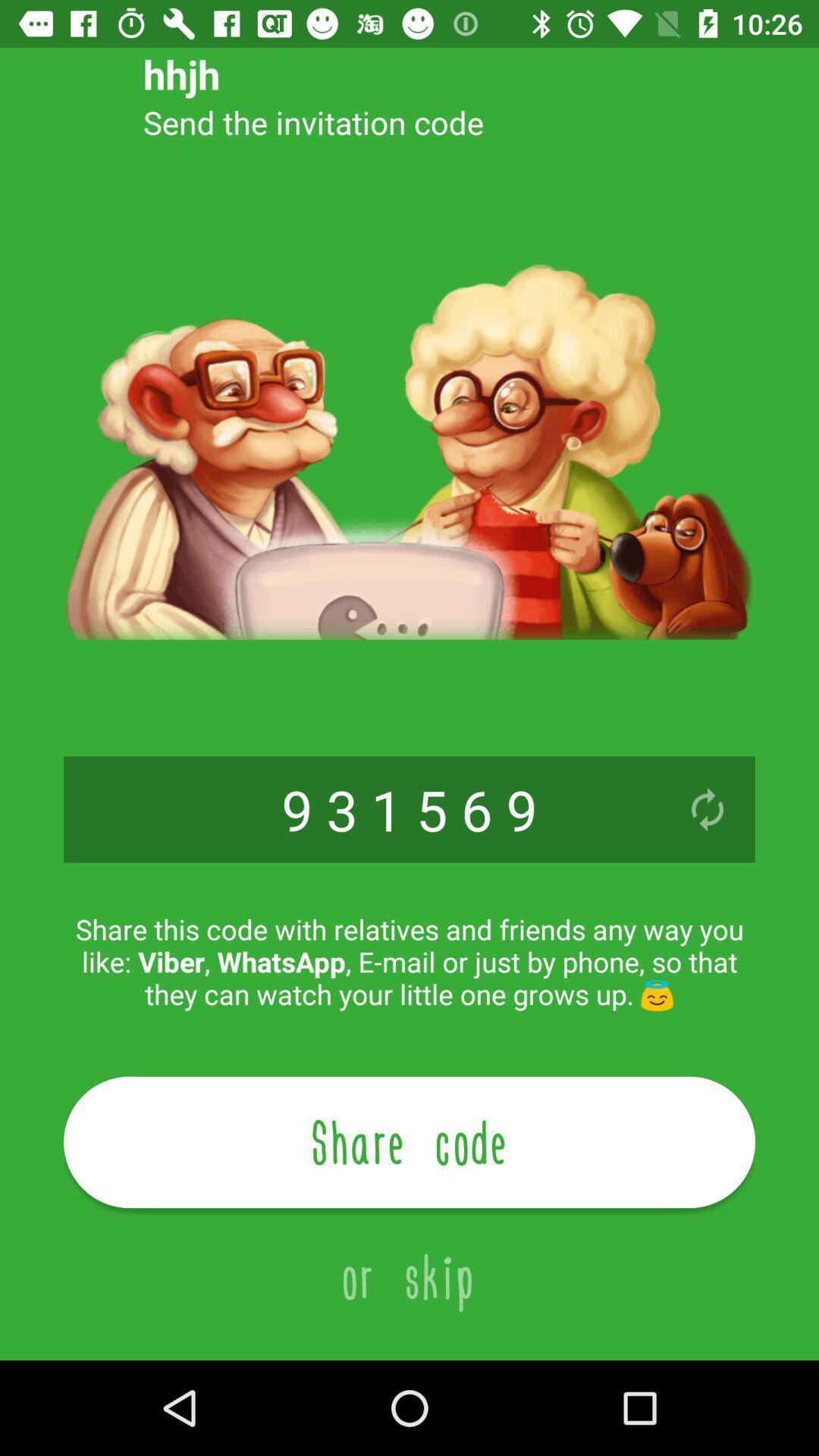  Describe the element at coordinates (409, 1260) in the screenshot. I see `or skip item` at that location.